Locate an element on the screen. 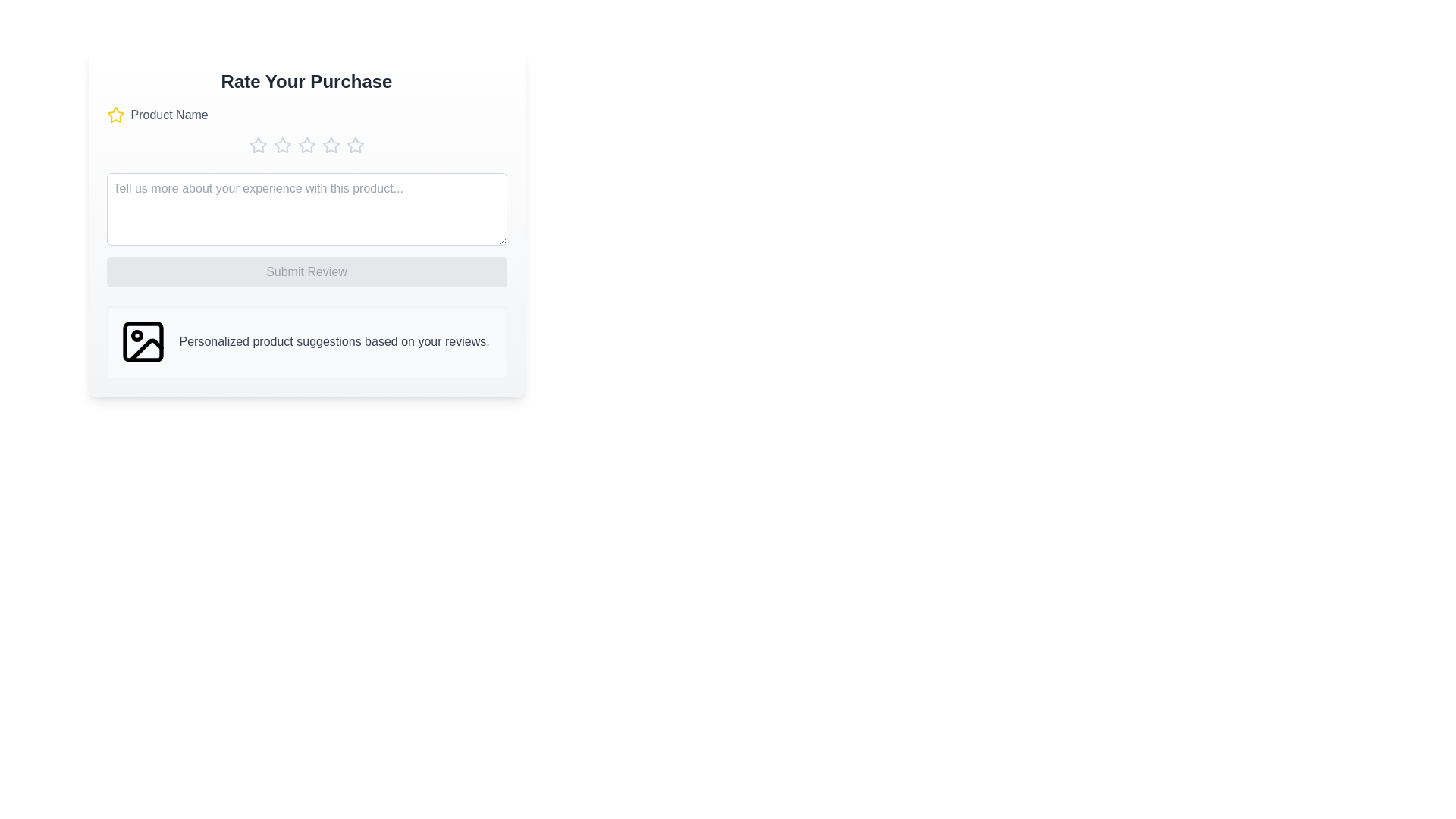 Image resolution: width=1456 pixels, height=819 pixels. the 'Submit Review' button is located at coordinates (306, 271).